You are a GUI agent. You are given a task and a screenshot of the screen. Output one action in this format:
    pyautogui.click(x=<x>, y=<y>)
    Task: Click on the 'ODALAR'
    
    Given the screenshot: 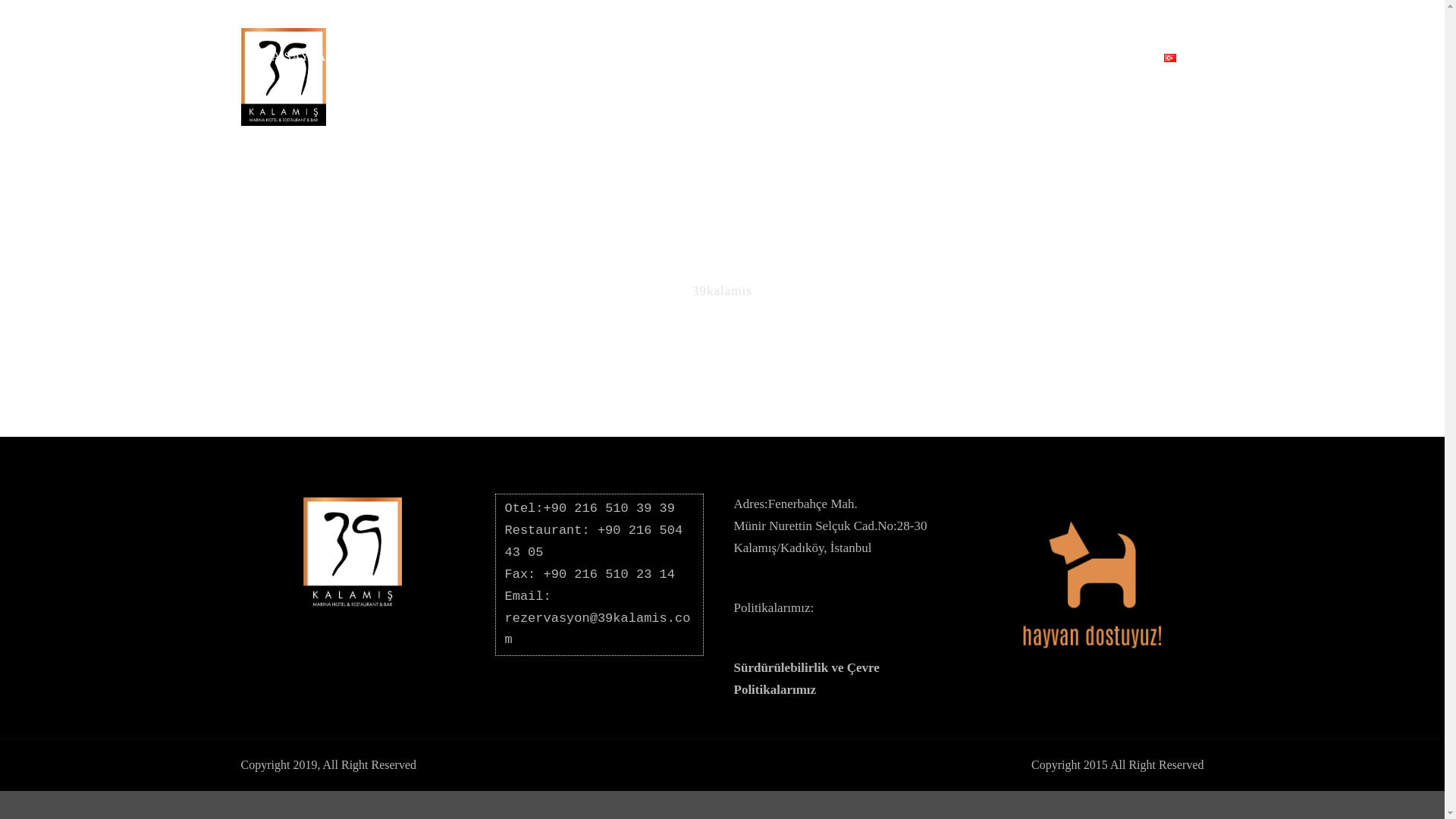 What is the action you would take?
    pyautogui.click(x=384, y=65)
    